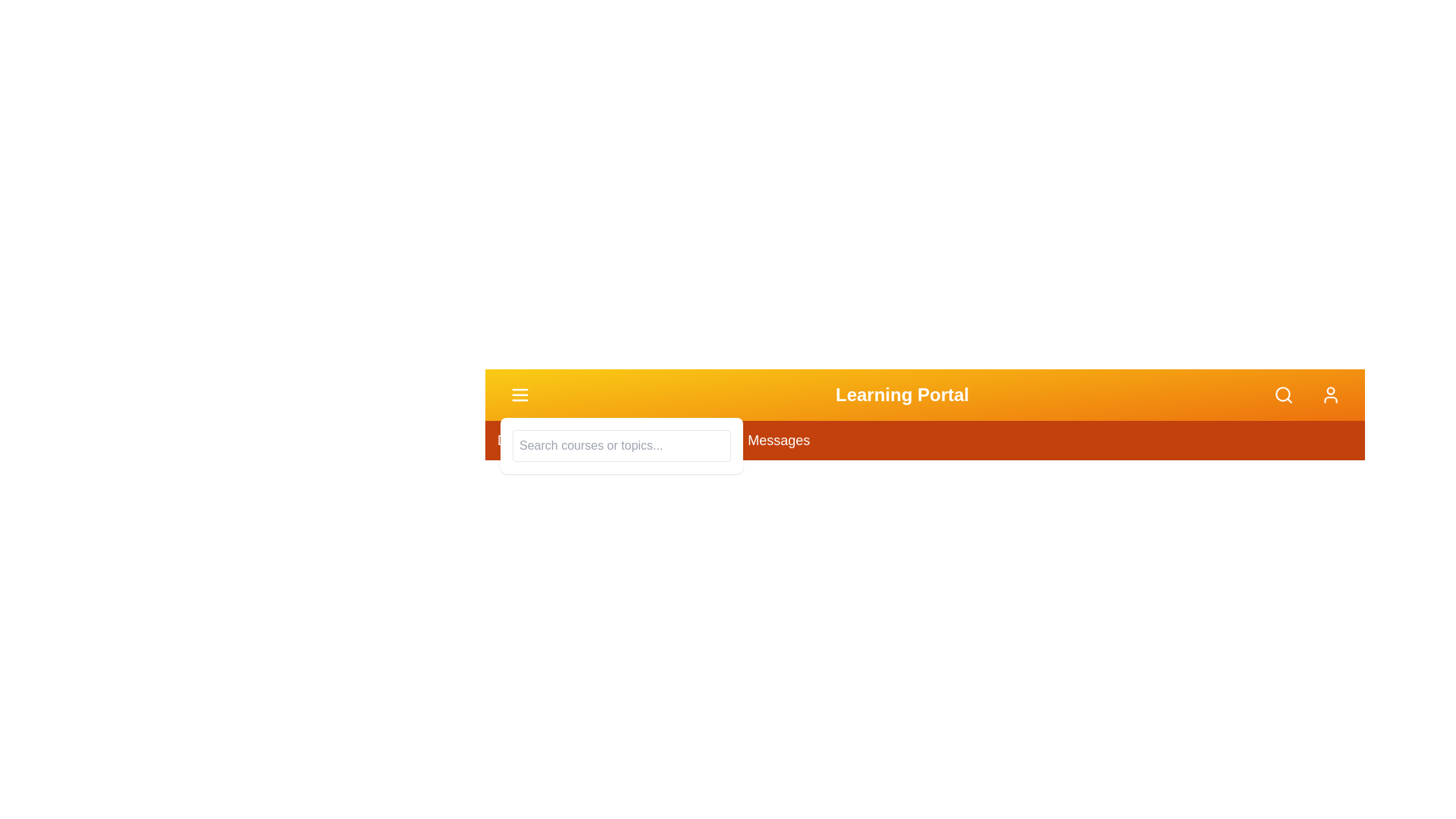 This screenshot has height=819, width=1456. What do you see at coordinates (779, 441) in the screenshot?
I see `the menu item Messages to navigate to the corresponding section` at bounding box center [779, 441].